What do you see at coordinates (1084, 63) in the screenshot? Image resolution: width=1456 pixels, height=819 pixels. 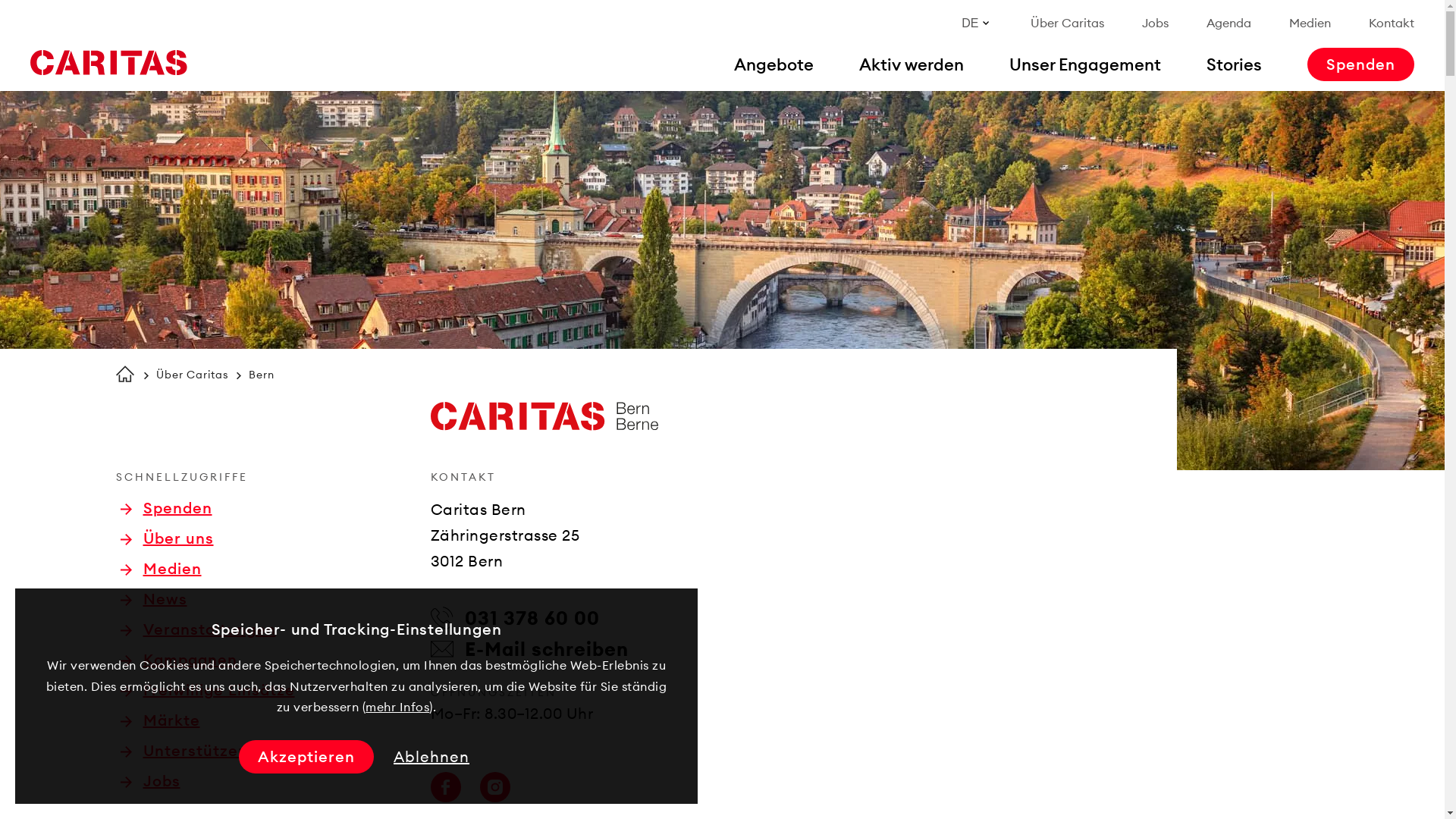 I see `'Unser Engagement'` at bounding box center [1084, 63].